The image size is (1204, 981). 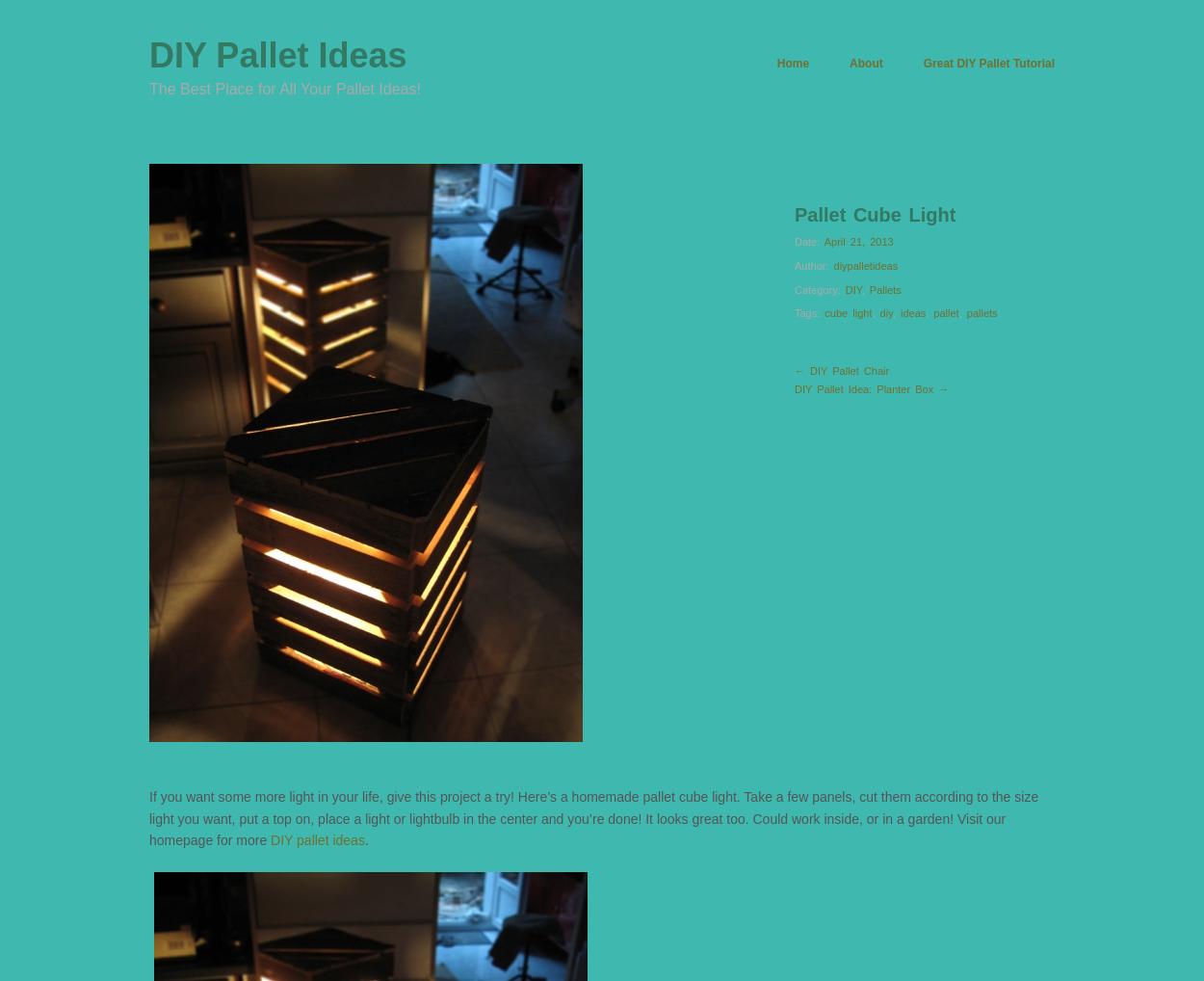 I want to click on 'Pallet Cube Light', so click(x=875, y=214).